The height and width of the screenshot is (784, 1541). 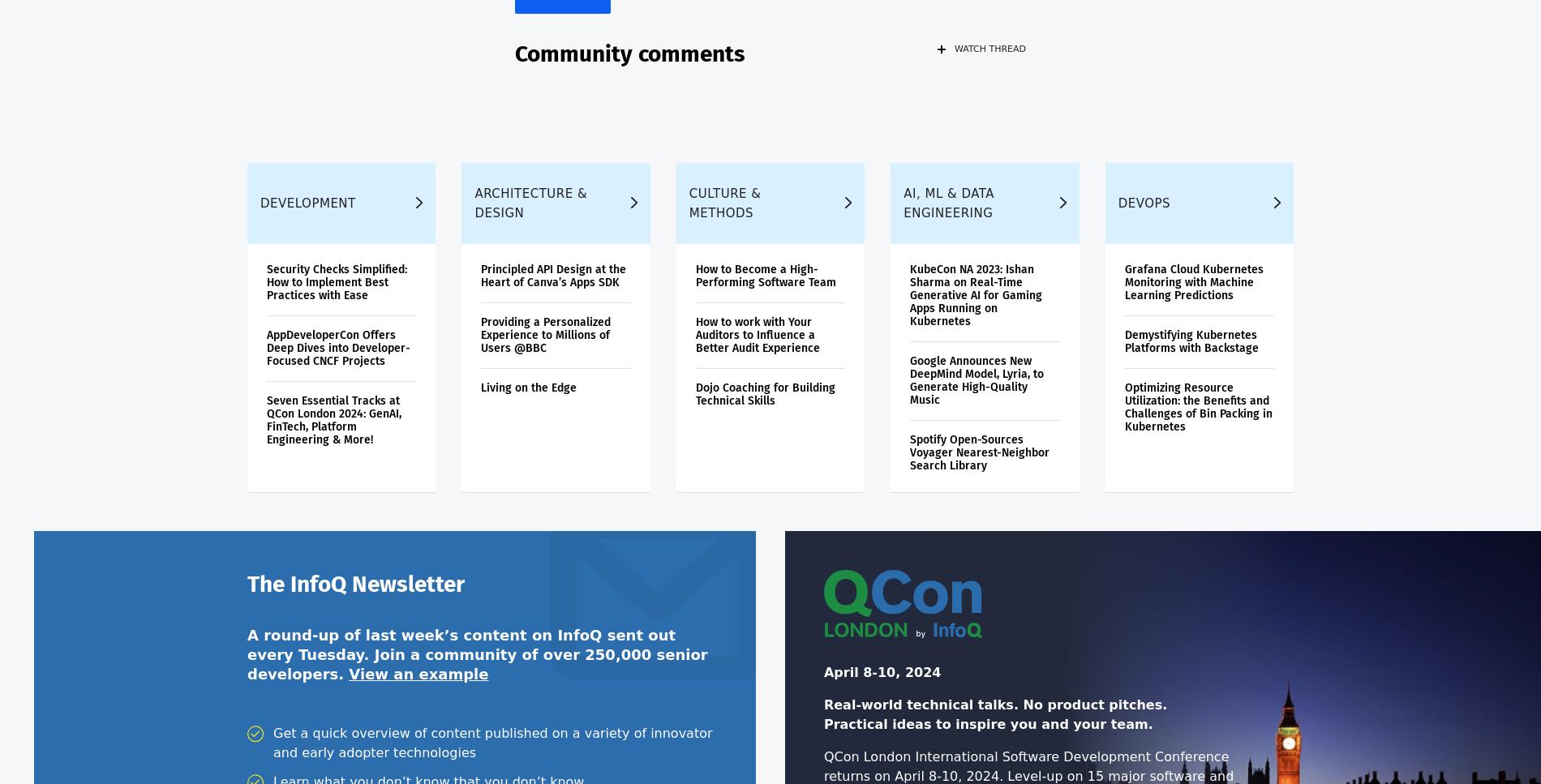 What do you see at coordinates (530, 212) in the screenshot?
I see `'Architecture & Design'` at bounding box center [530, 212].